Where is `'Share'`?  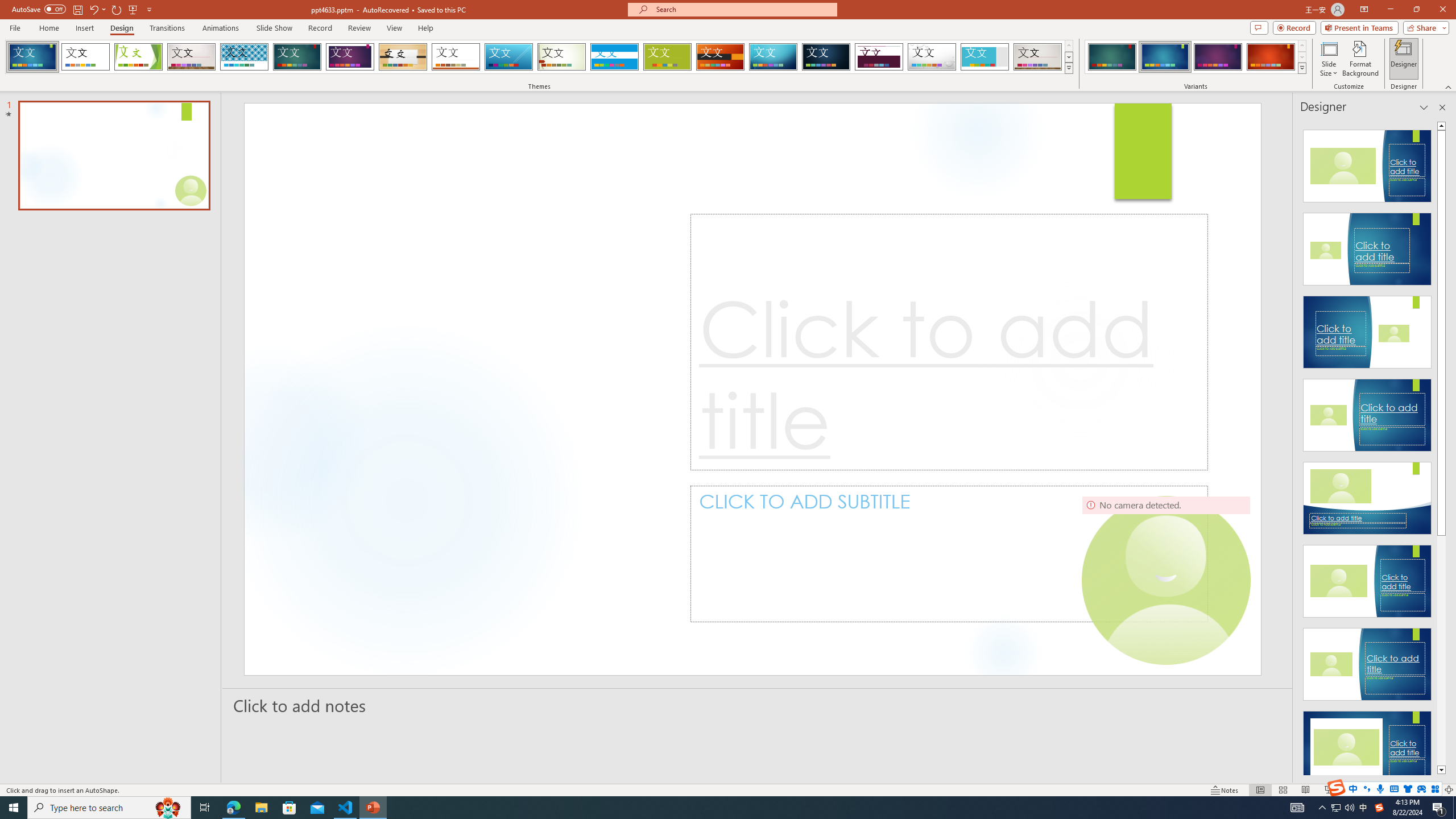 'Share' is located at coordinates (1423, 27).